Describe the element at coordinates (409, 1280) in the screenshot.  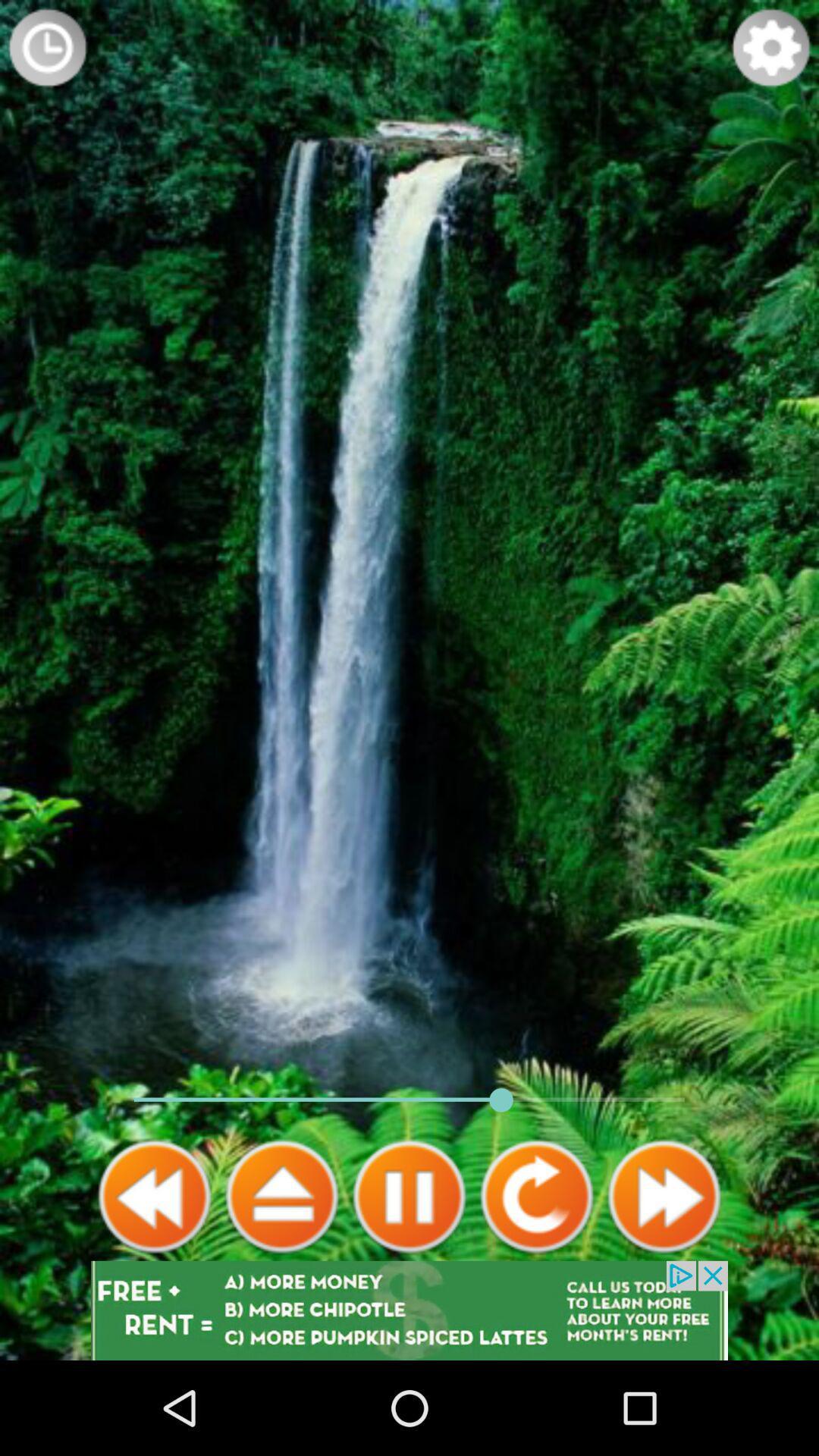
I see `the pause icon` at that location.